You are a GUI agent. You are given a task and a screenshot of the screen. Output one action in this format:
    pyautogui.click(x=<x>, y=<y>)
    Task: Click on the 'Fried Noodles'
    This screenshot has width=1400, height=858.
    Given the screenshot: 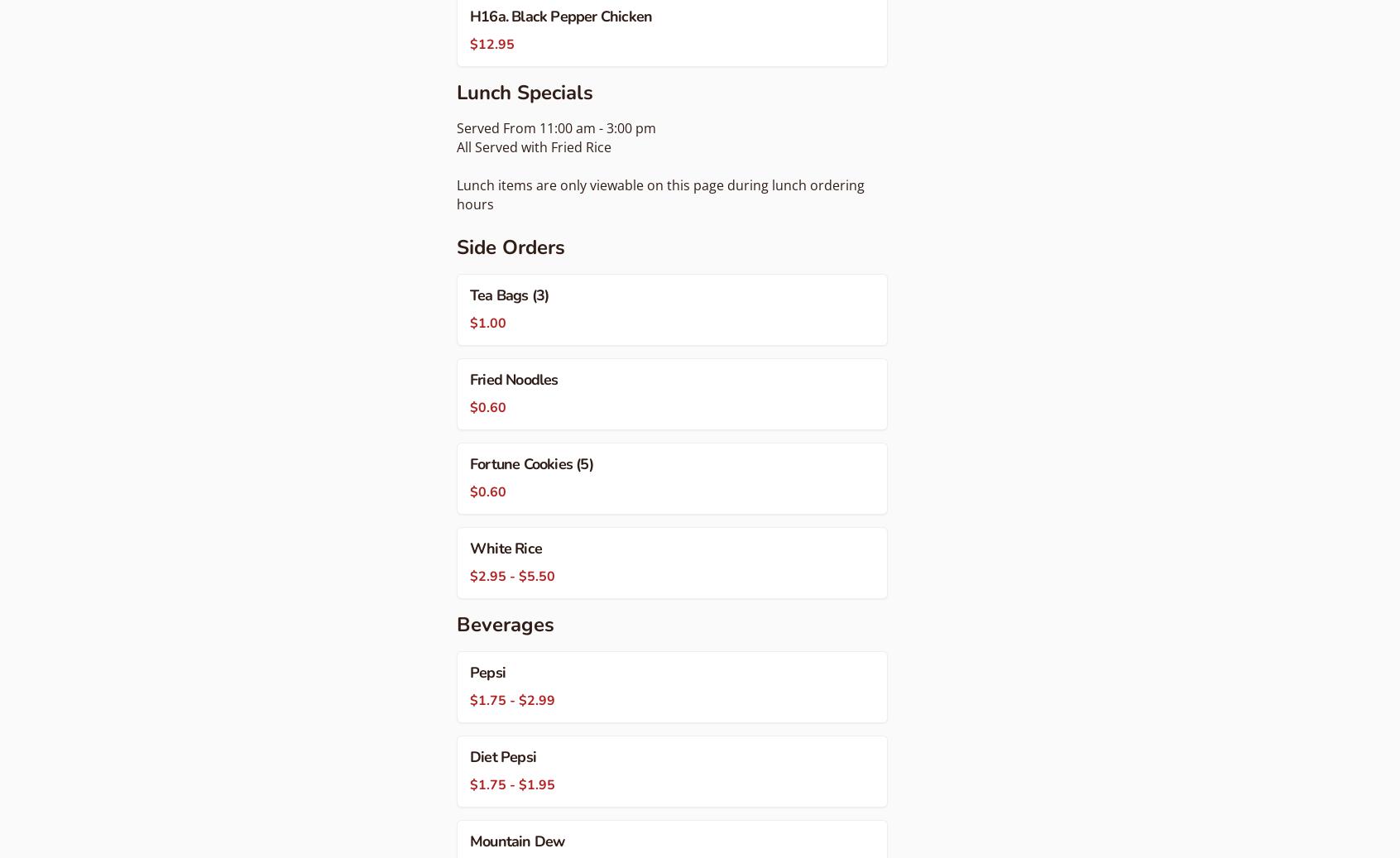 What is the action you would take?
    pyautogui.click(x=512, y=378)
    